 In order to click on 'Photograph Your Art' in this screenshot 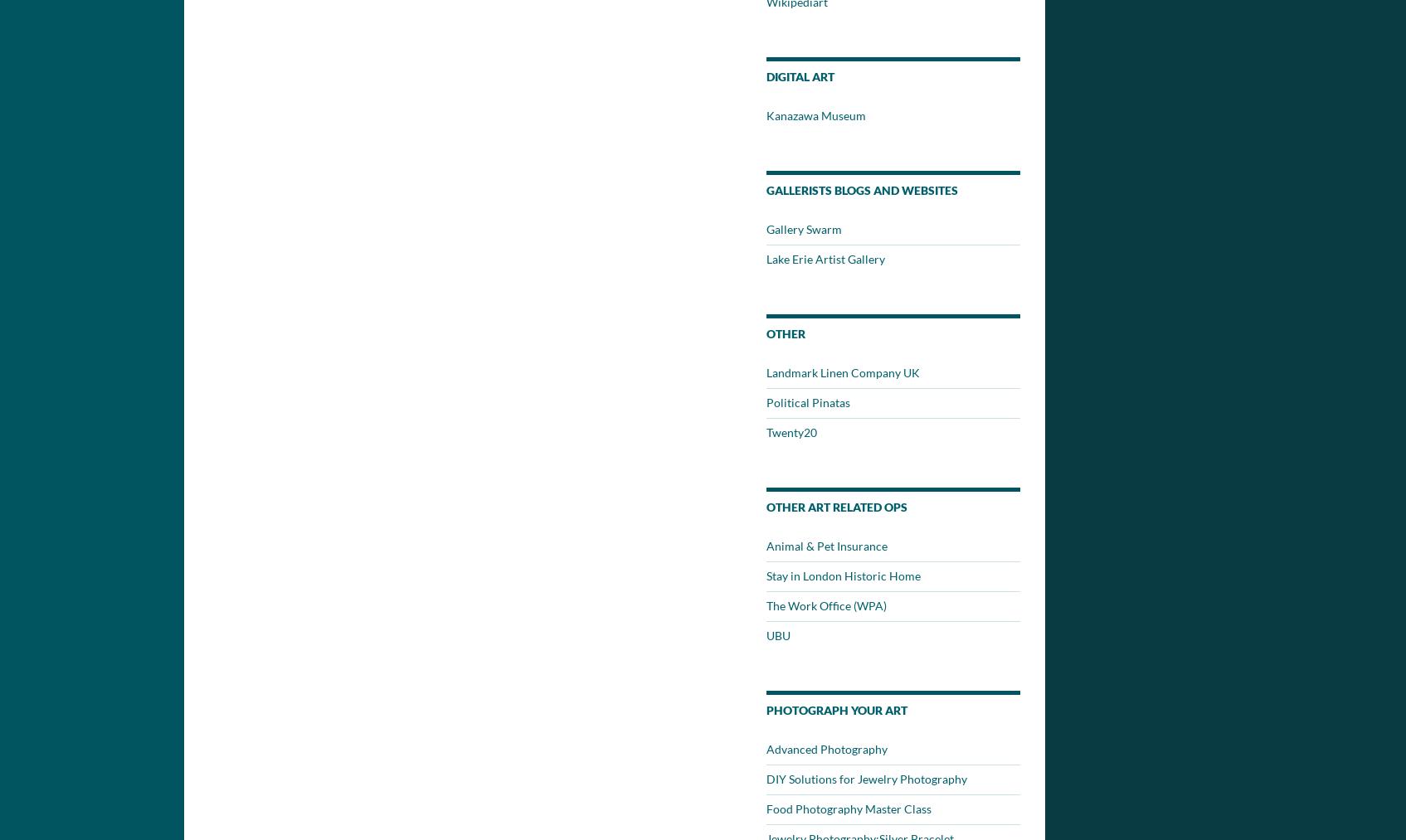, I will do `click(766, 709)`.